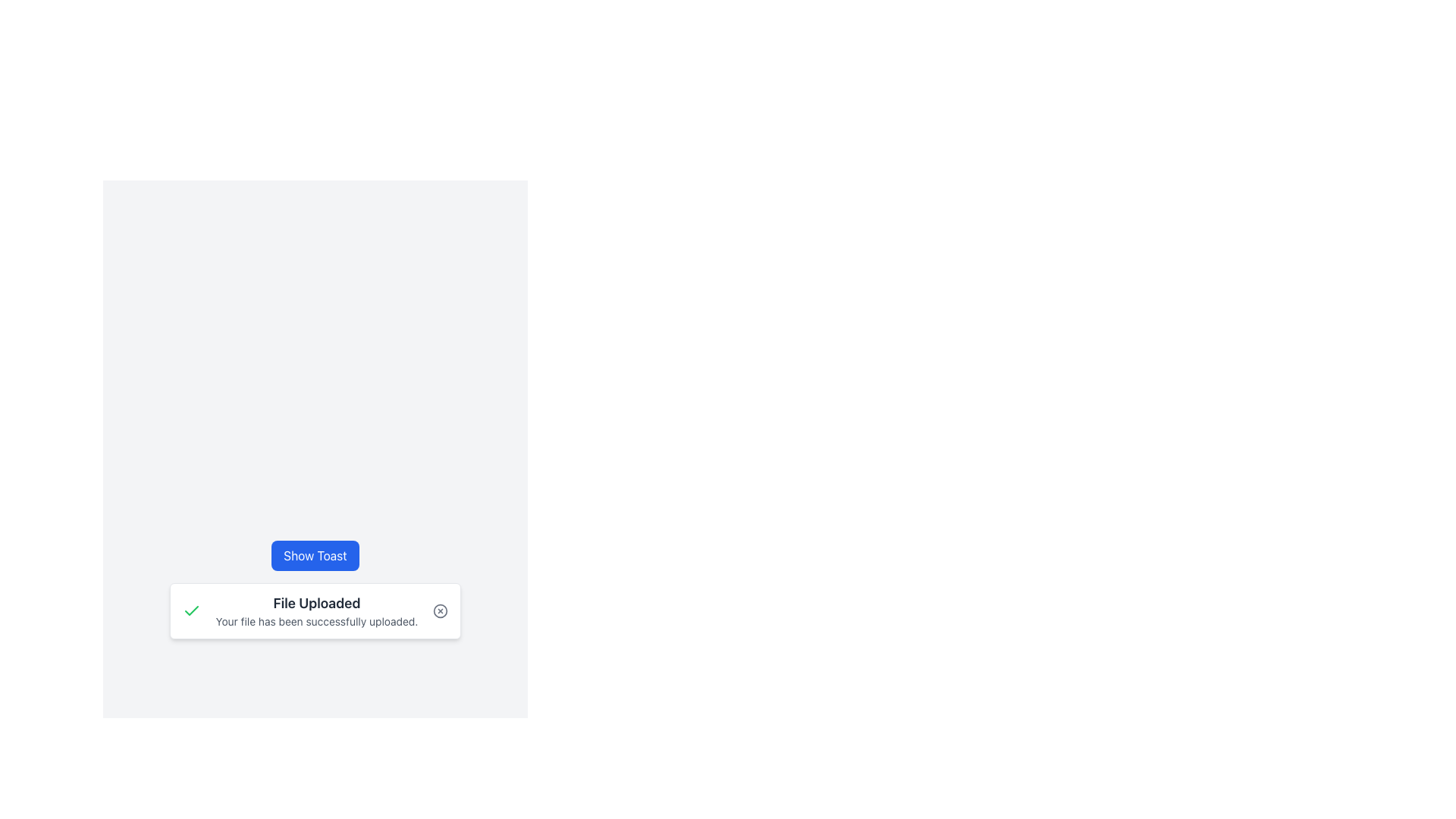 Image resolution: width=1456 pixels, height=819 pixels. Describe the element at coordinates (191, 610) in the screenshot. I see `the green checkmark icon indicating successful action for the notification 'File Uploaded'` at that location.